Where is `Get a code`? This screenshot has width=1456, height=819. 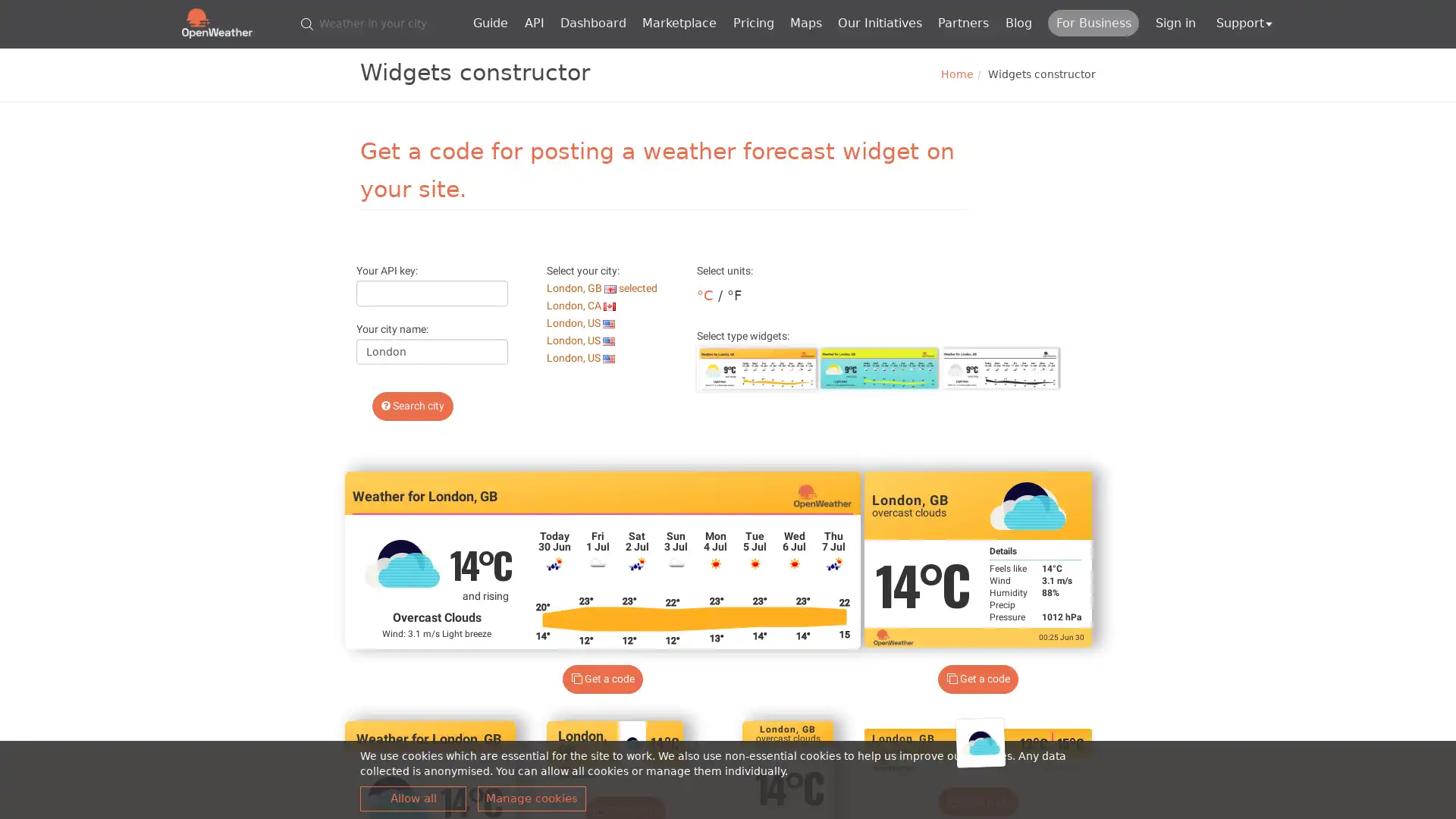 Get a code is located at coordinates (601, 678).